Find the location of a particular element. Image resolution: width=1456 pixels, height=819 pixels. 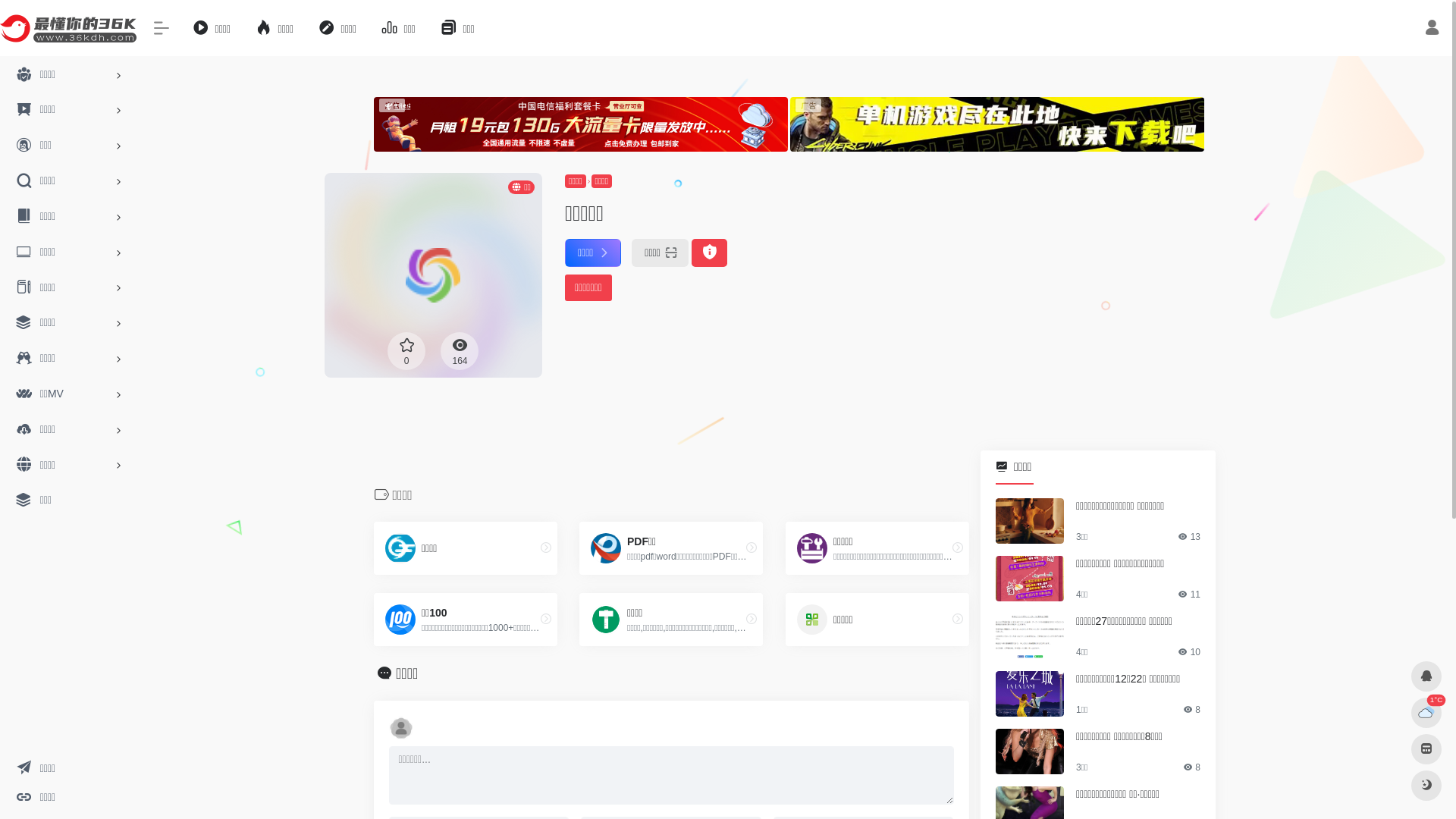

'0' is located at coordinates (406, 350).